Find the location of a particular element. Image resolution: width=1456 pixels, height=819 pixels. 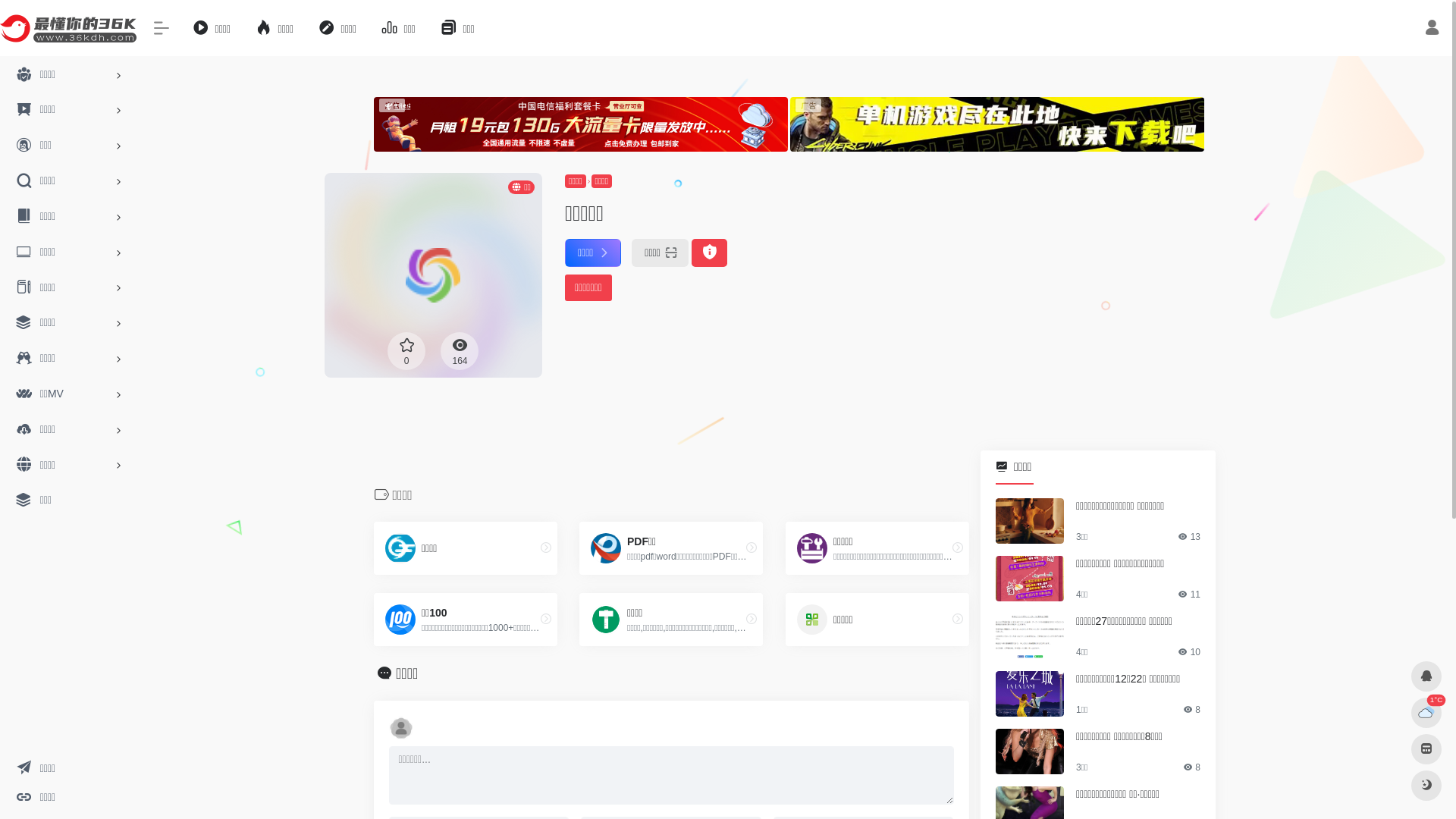

'0' is located at coordinates (406, 350).